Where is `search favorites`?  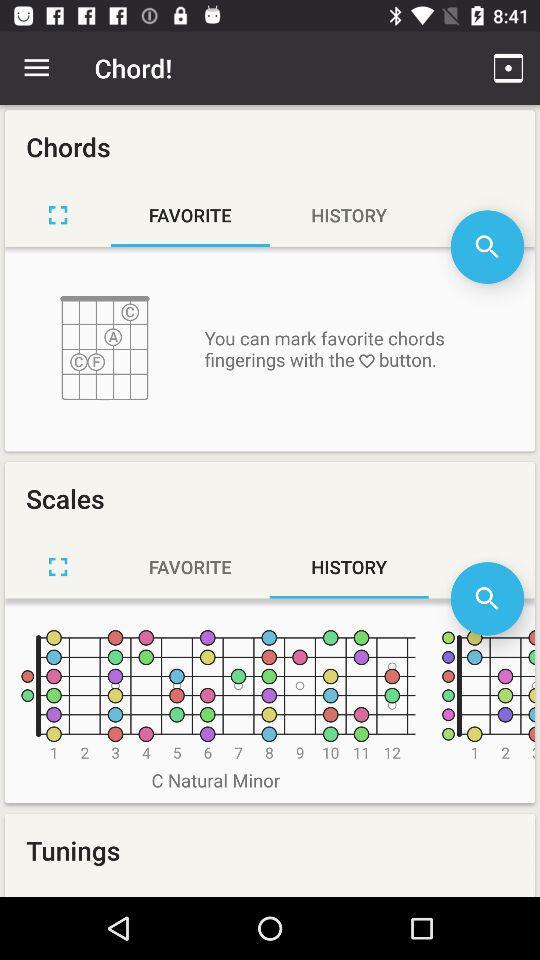 search favorites is located at coordinates (486, 246).